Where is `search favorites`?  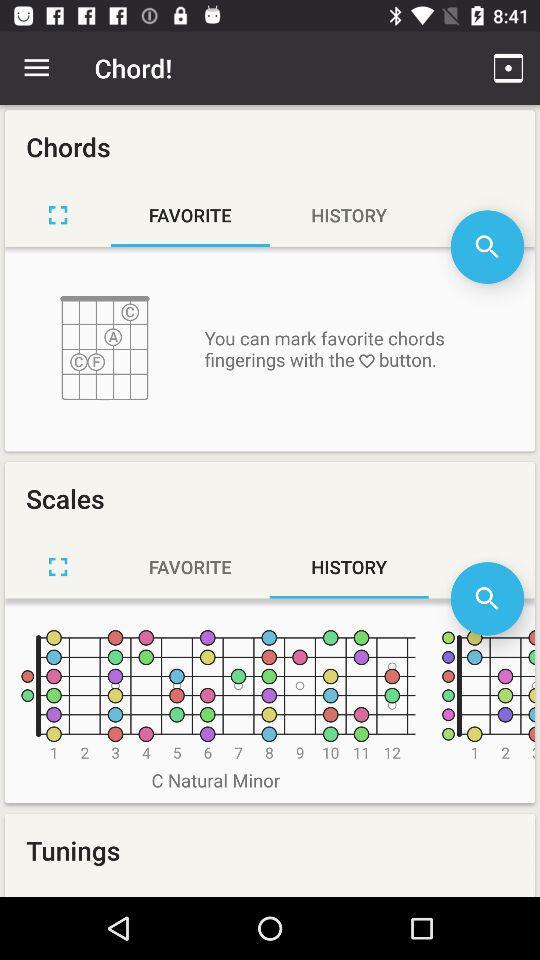 search favorites is located at coordinates (486, 246).